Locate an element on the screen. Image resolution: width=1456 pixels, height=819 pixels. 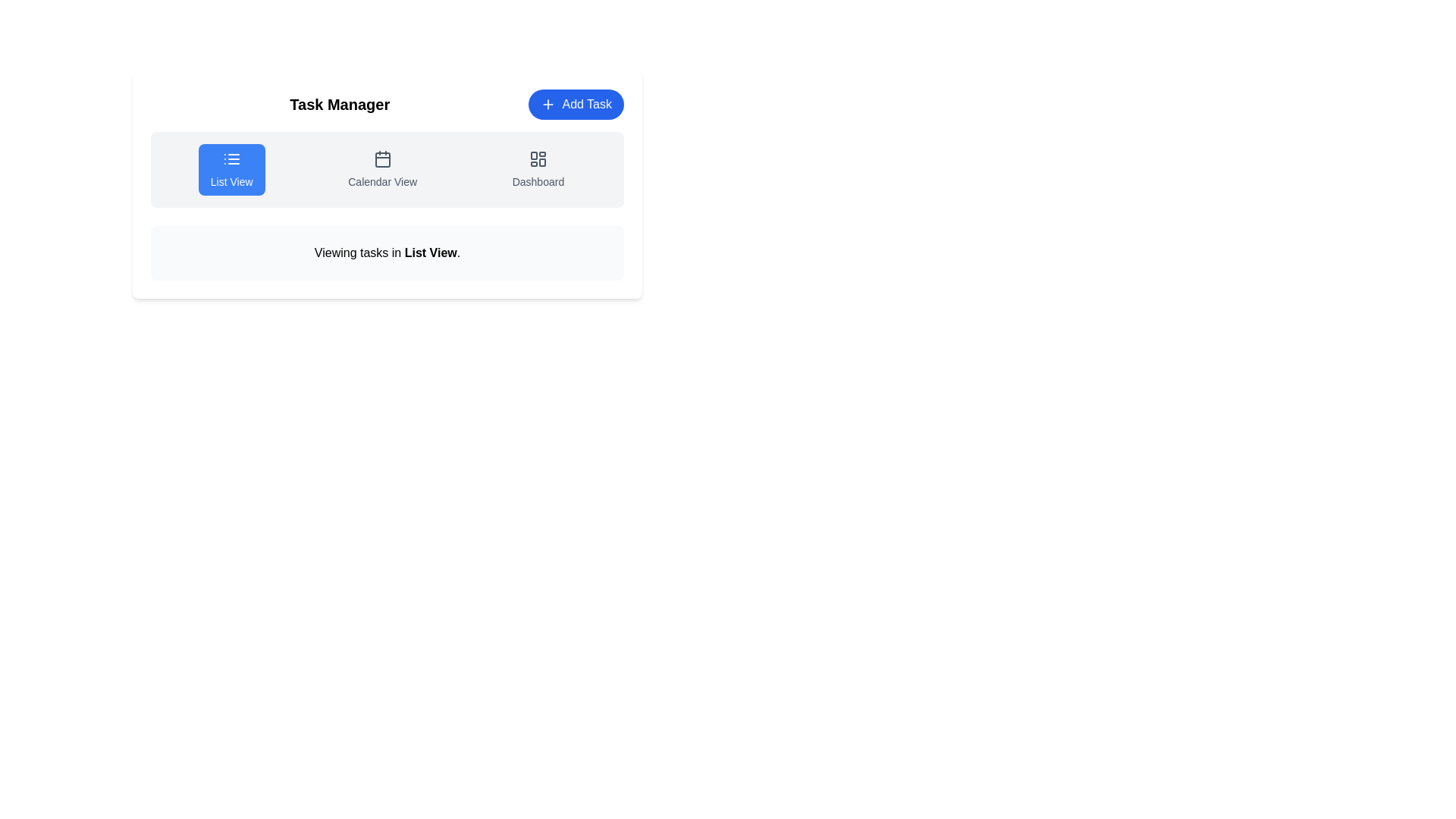
the 'Add Task' icon located inside the button labeled 'Add Task' in the top-right corner of the toolbar to initiate the process of adding a new task is located at coordinates (548, 104).